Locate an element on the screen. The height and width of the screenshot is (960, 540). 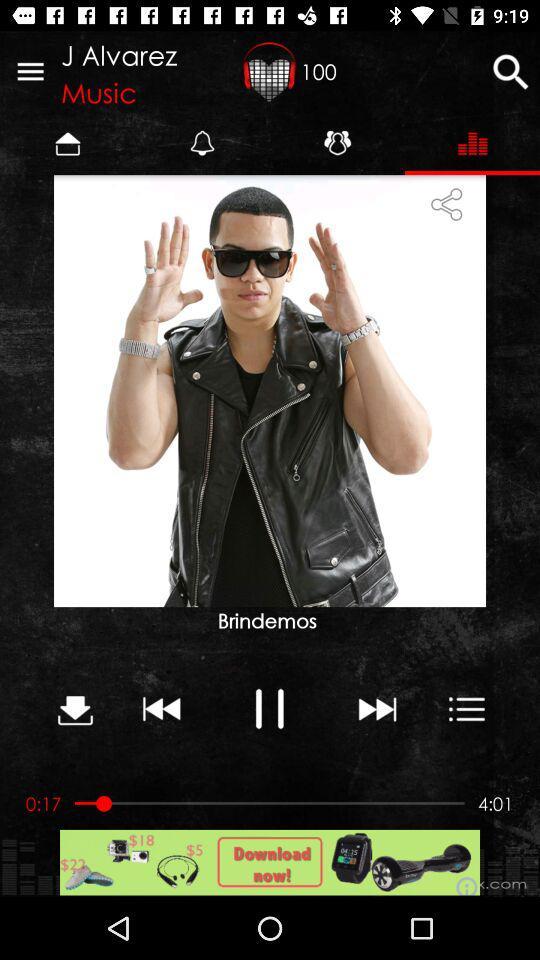
the skip_next icon is located at coordinates (376, 708).